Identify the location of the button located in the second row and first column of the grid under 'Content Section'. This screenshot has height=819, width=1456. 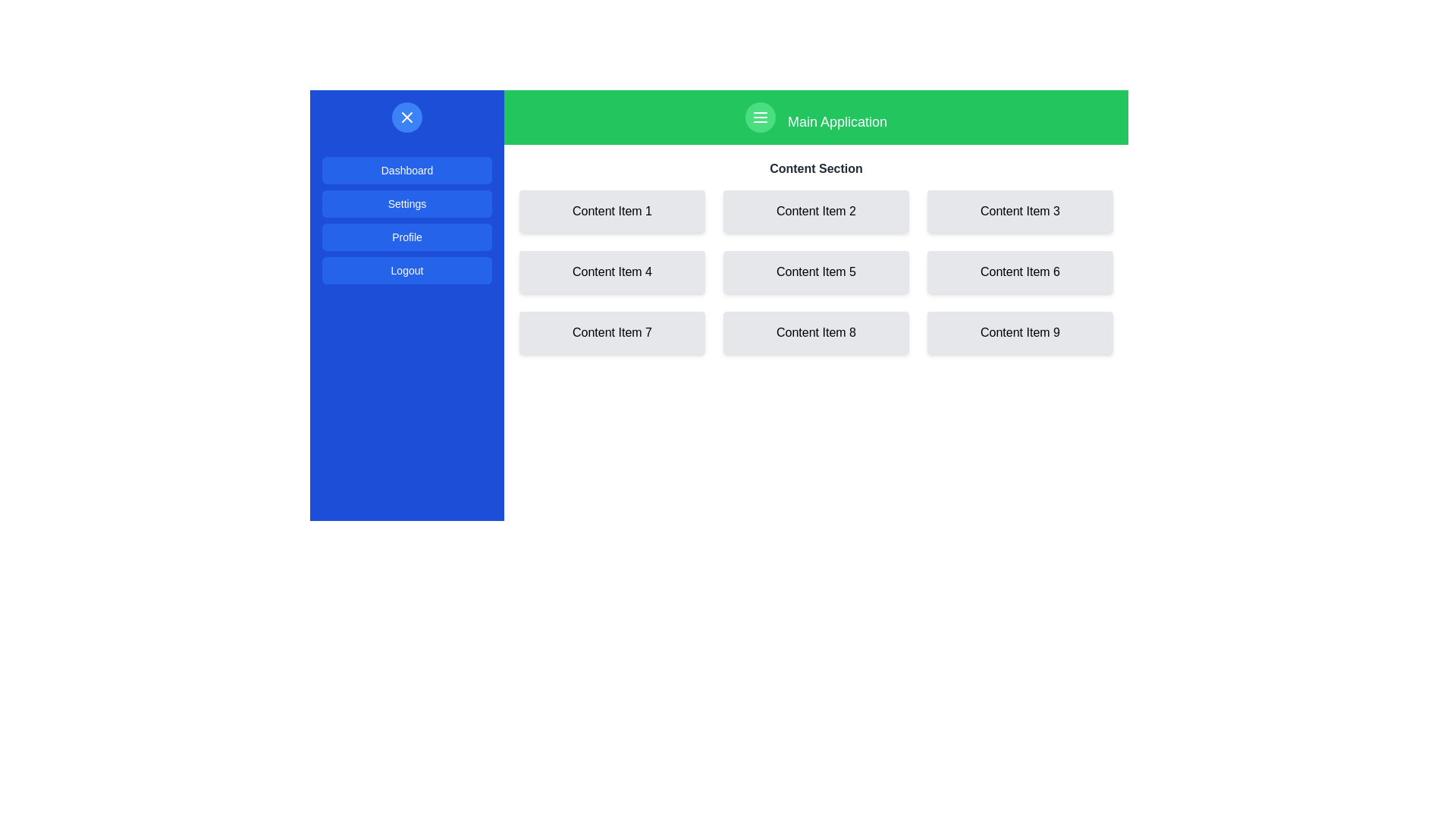
(612, 271).